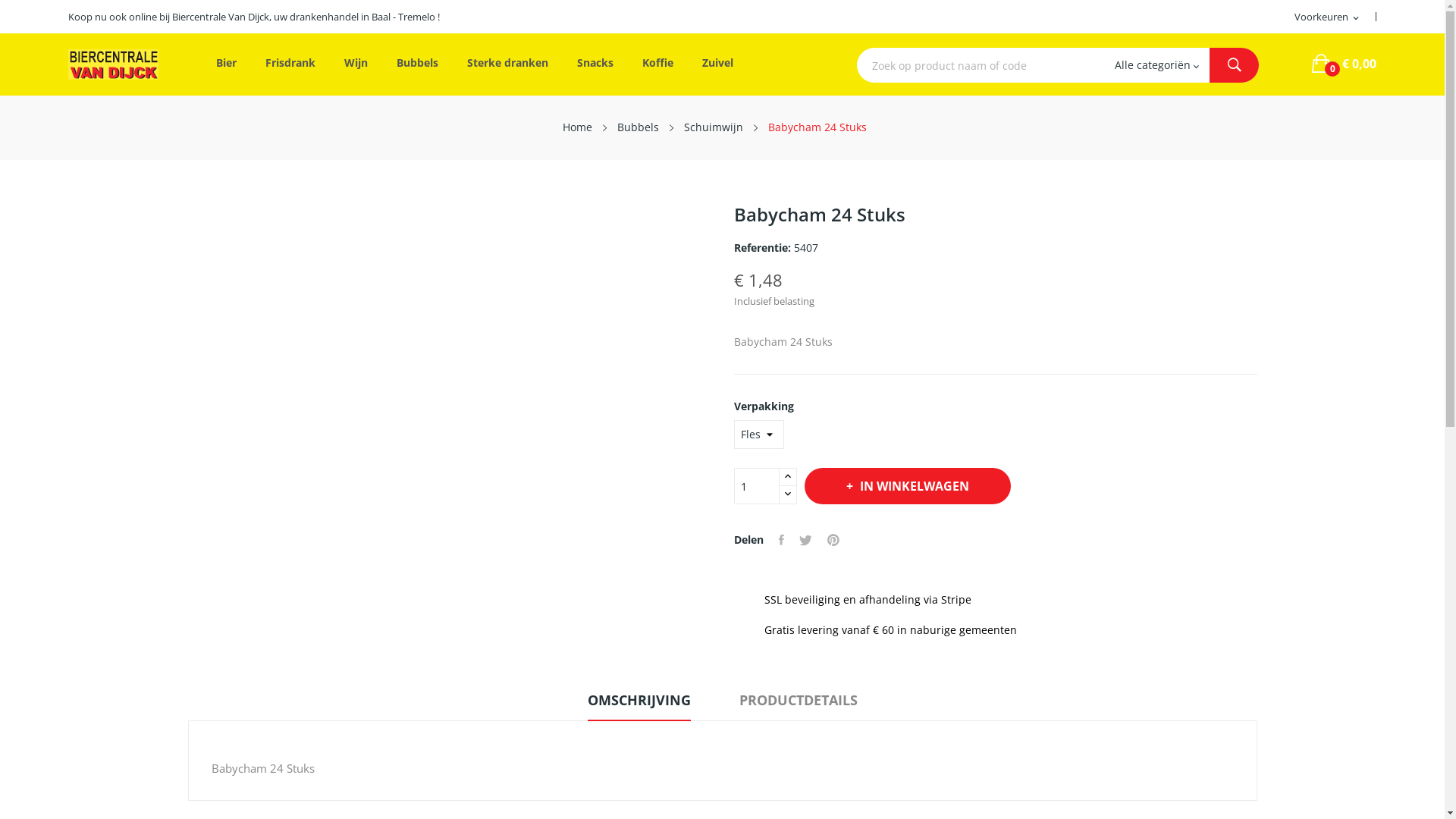 Image resolution: width=1456 pixels, height=819 pixels. I want to click on 'Zuivel', so click(701, 63).